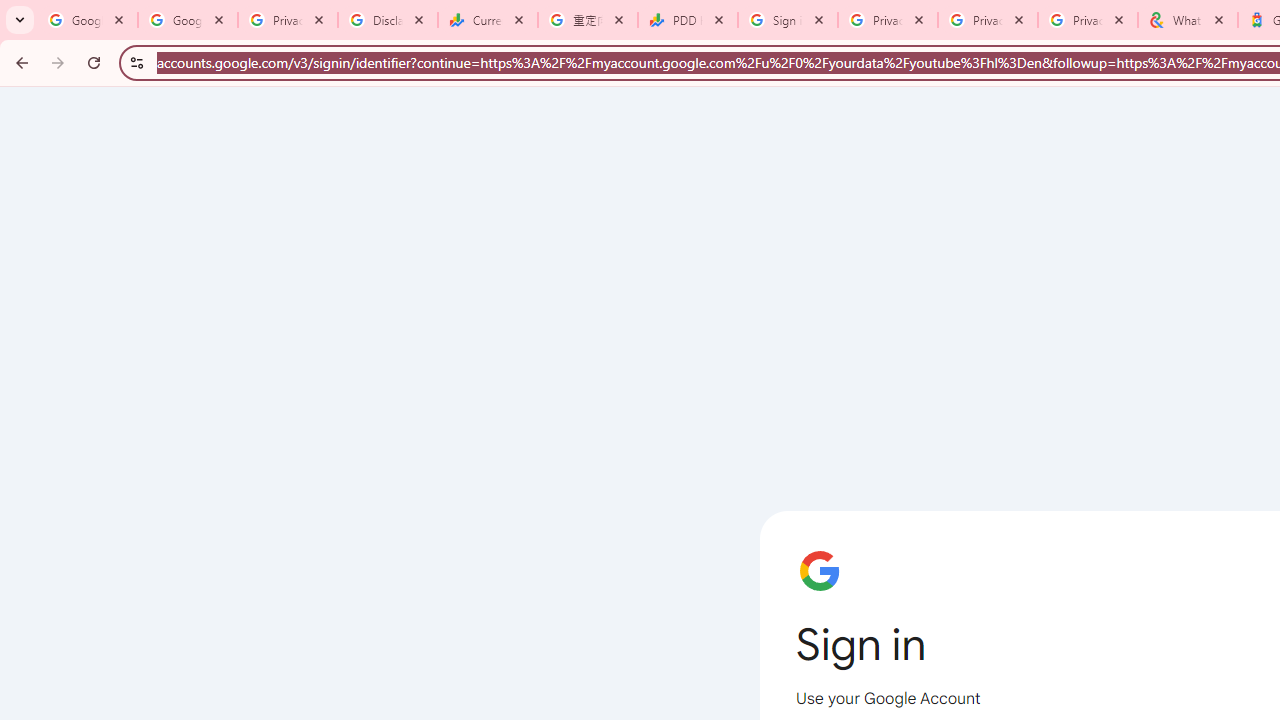  What do you see at coordinates (487, 20) in the screenshot?
I see `'Currencies - Google Finance'` at bounding box center [487, 20].